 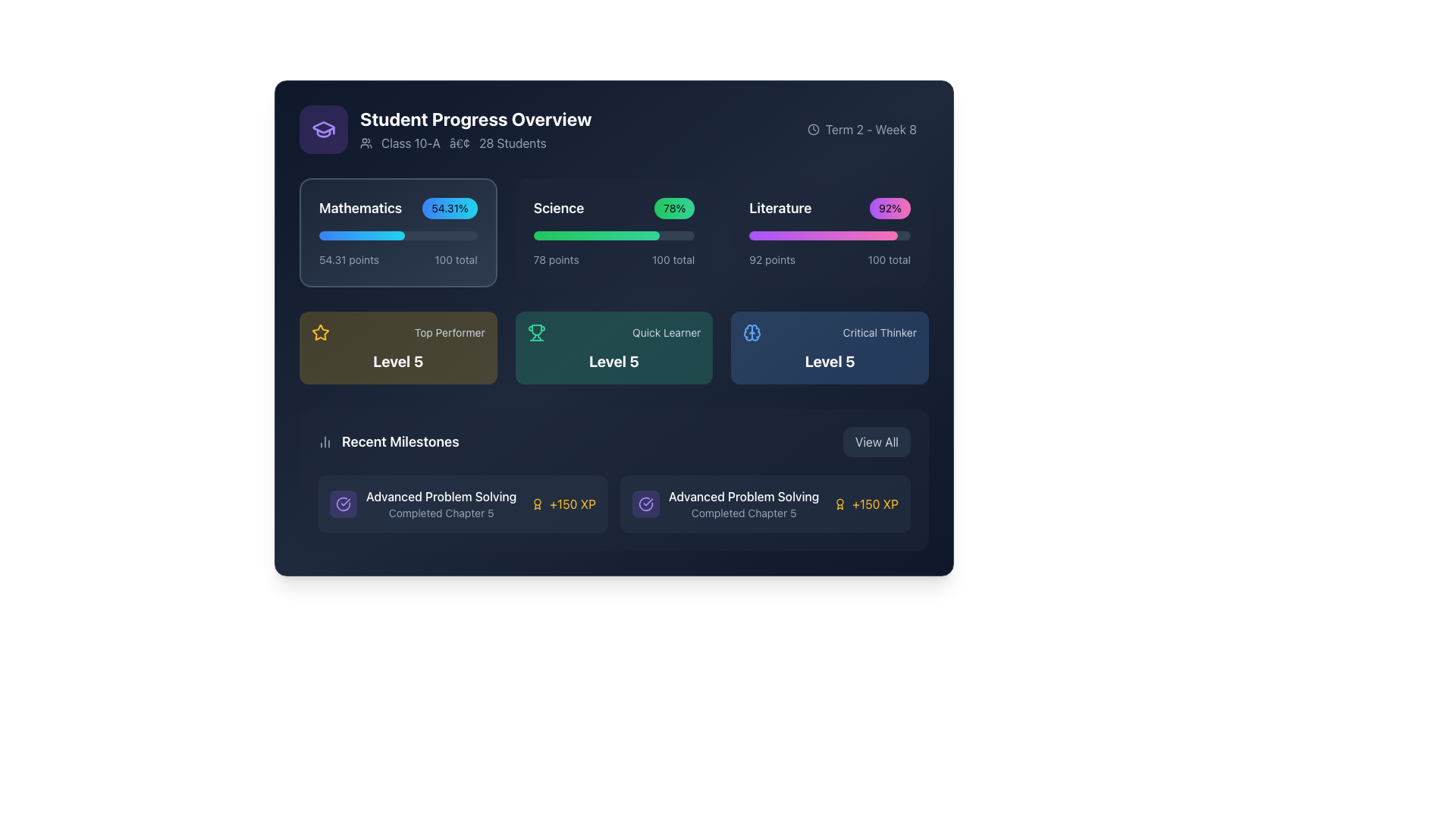 What do you see at coordinates (866, 504) in the screenshot?
I see `the informational display showing '150 XP points' that is located on the far right of the 'Advanced Problem Solving' row, aligned with the 'Completed Chapter 5' text` at bounding box center [866, 504].